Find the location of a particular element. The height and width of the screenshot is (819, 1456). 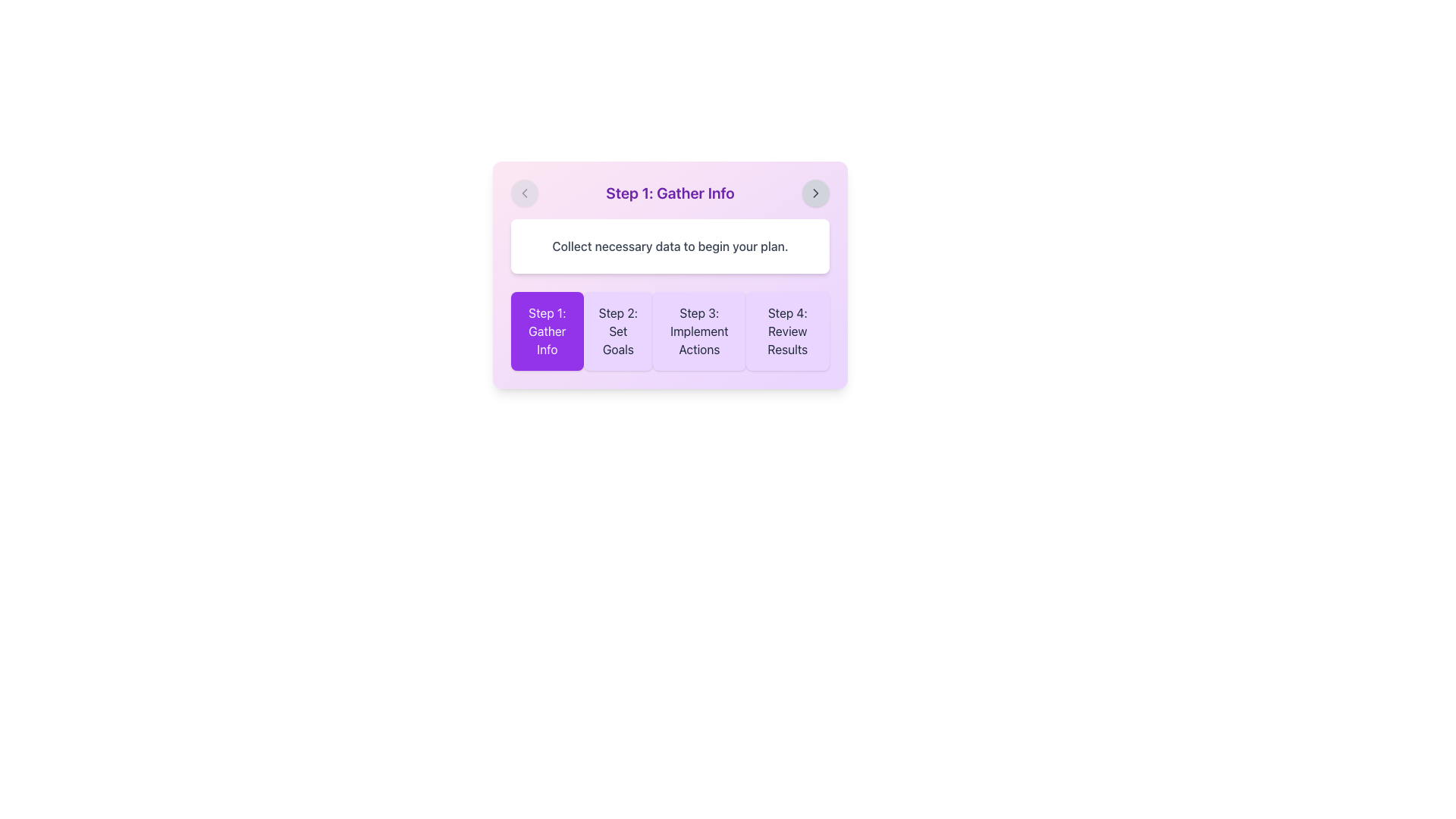

the back navigation icon located within the button at the left of the header of the card component labeled 'Step 1: Gather Info' is located at coordinates (524, 192).